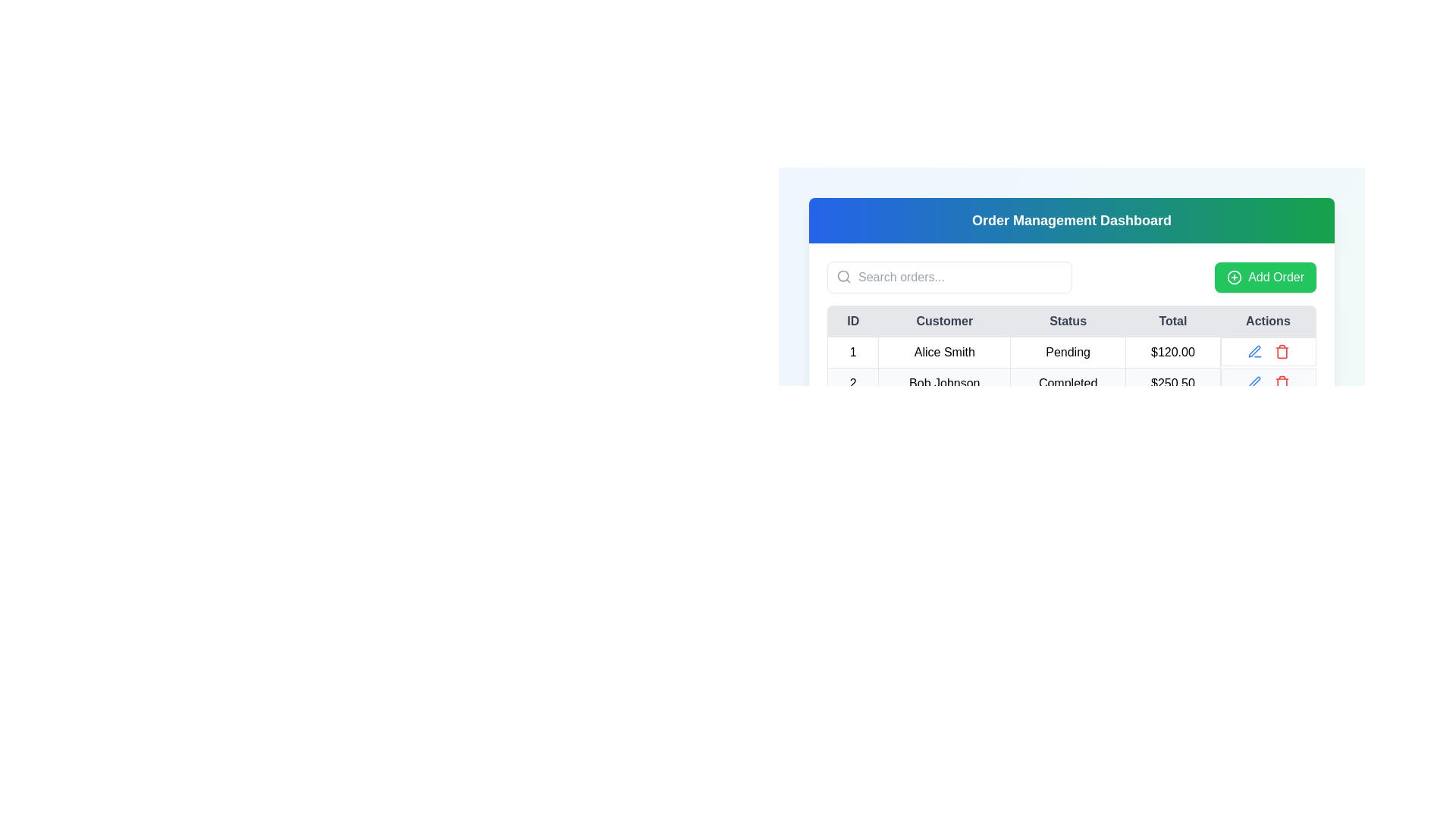 This screenshot has height=819, width=1456. I want to click on the pen-like icon located in the 'Actions' column of the row associated with 'Alice Smith', so click(1254, 350).